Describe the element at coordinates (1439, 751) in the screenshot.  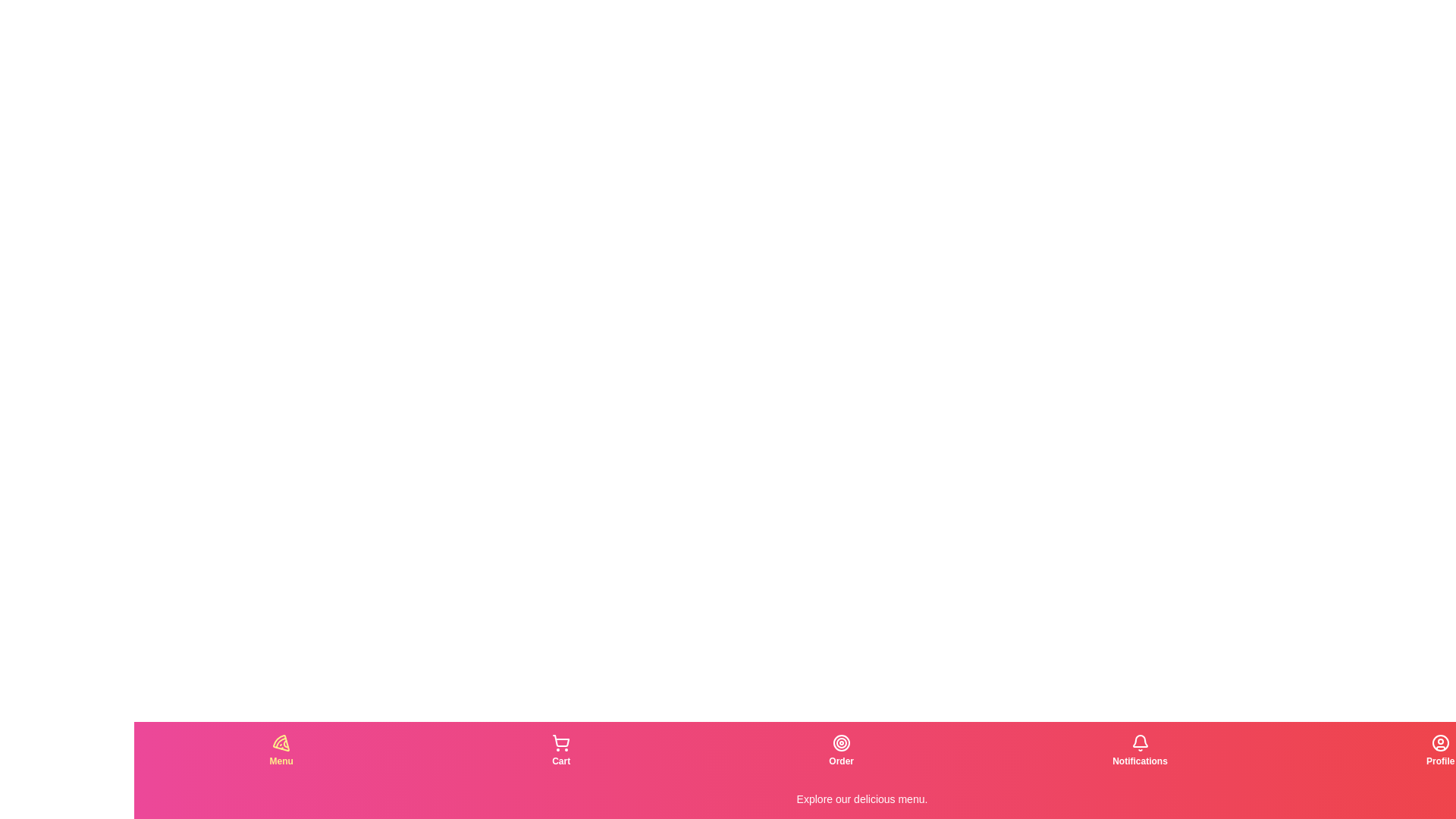
I see `the tab labeled Profile to observe the visual changes` at that location.